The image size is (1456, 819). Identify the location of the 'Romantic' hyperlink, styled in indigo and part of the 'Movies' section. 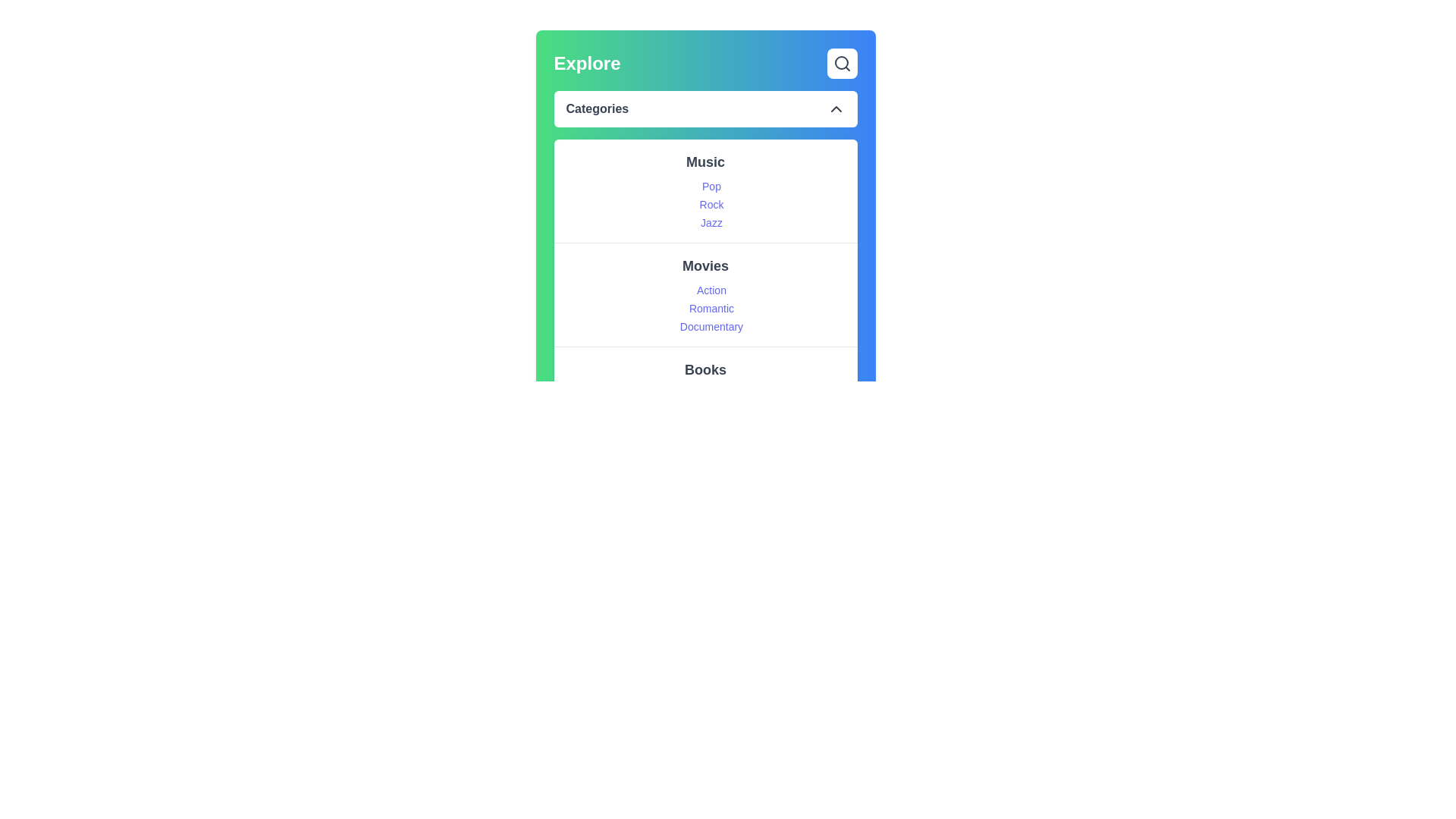
(711, 308).